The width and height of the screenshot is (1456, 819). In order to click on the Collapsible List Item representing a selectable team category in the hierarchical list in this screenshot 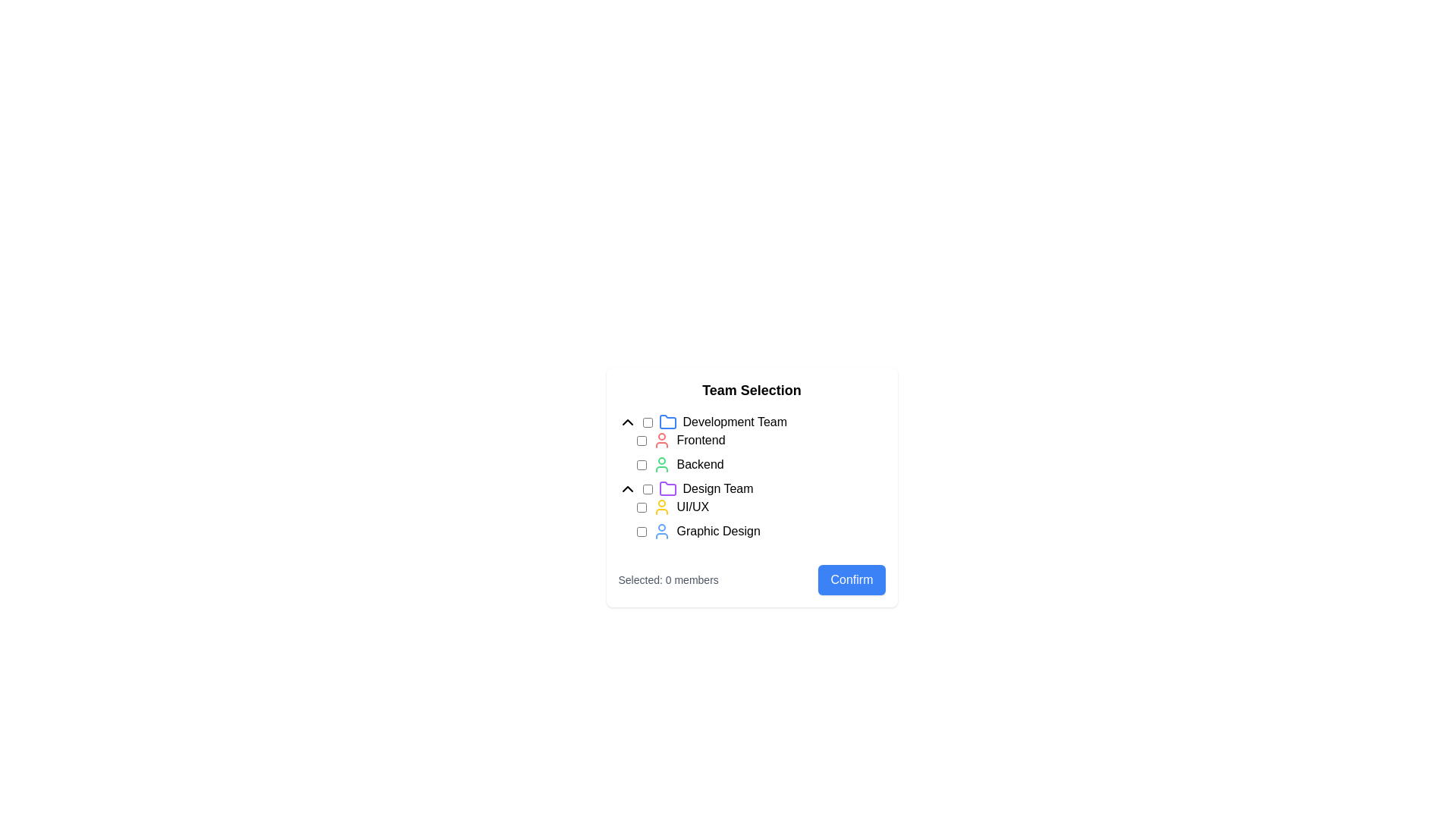, I will do `click(752, 488)`.